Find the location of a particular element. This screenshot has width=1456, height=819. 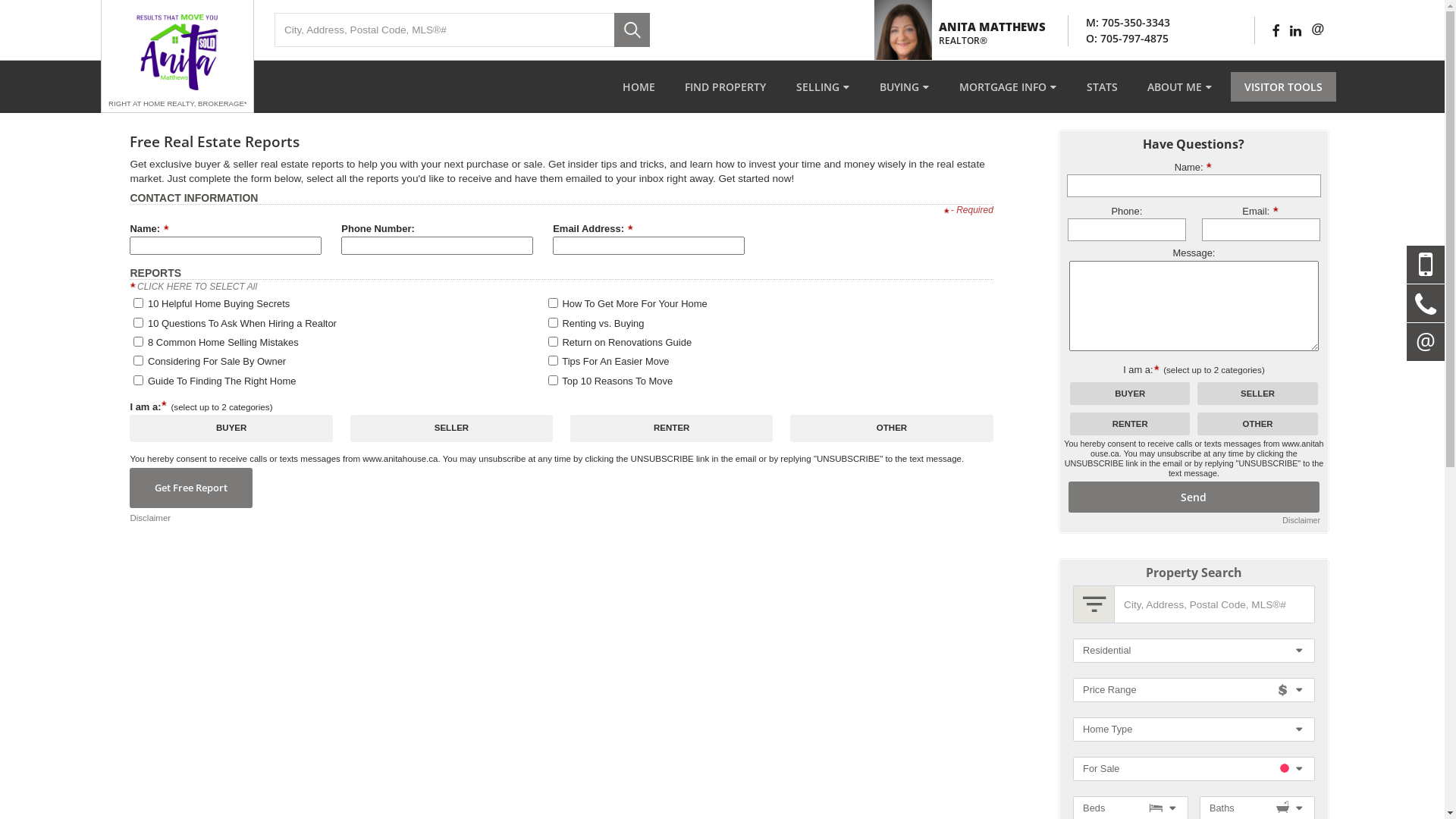

'Send' is located at coordinates (1193, 497).